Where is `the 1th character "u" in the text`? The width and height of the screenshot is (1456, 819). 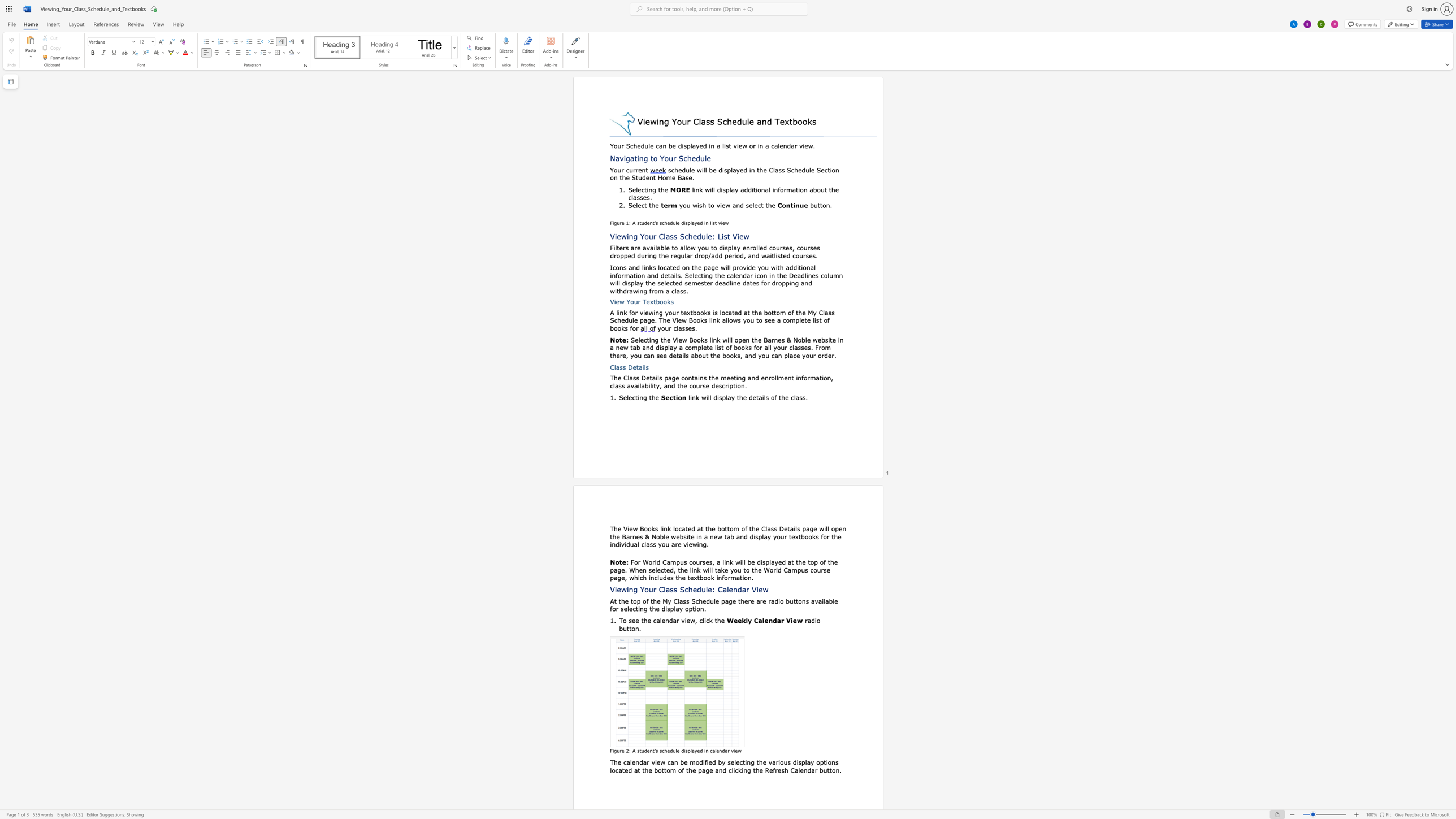
the 1th character "u" in the text is located at coordinates (674, 311).